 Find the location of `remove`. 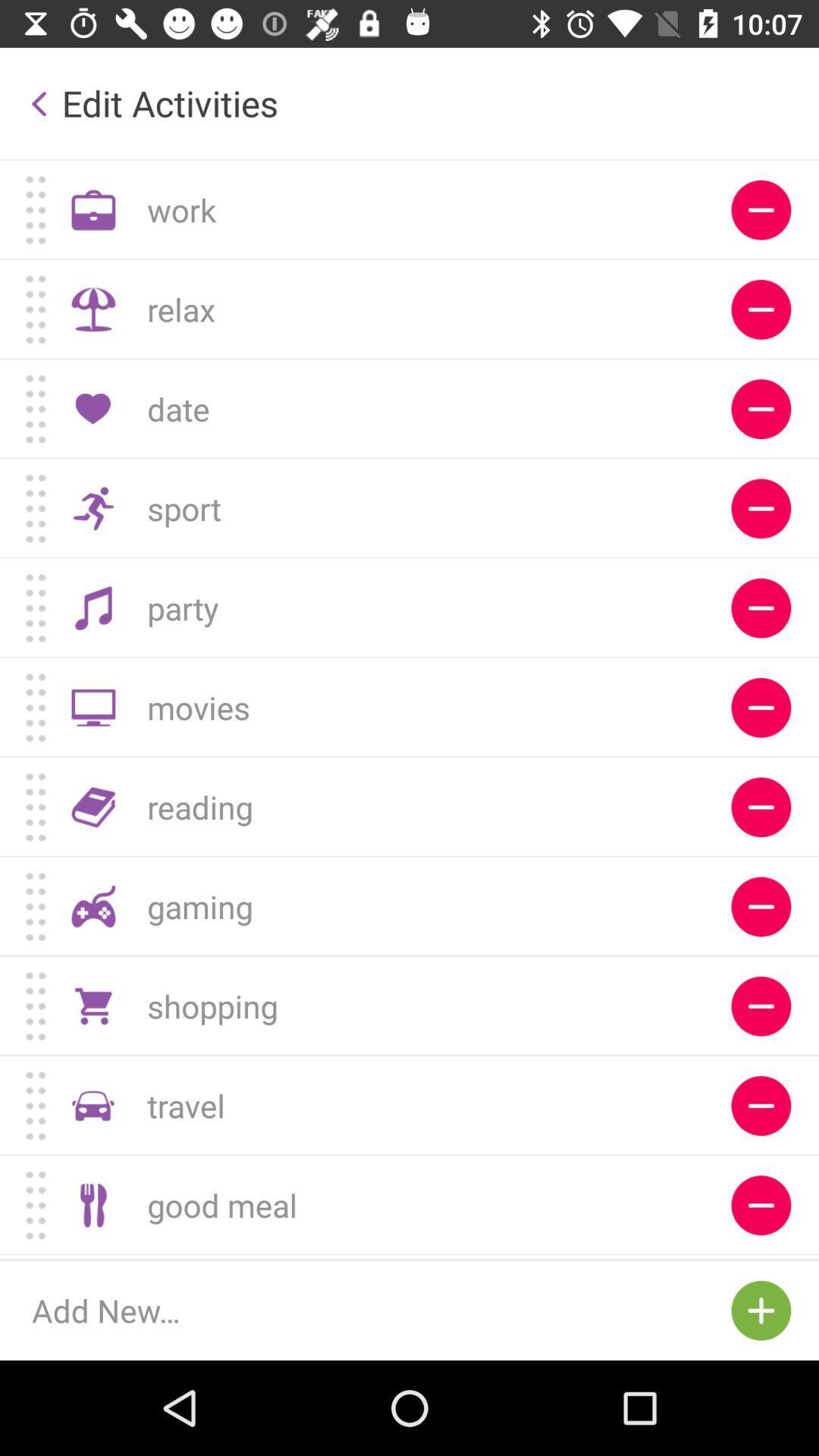

remove is located at coordinates (761, 707).